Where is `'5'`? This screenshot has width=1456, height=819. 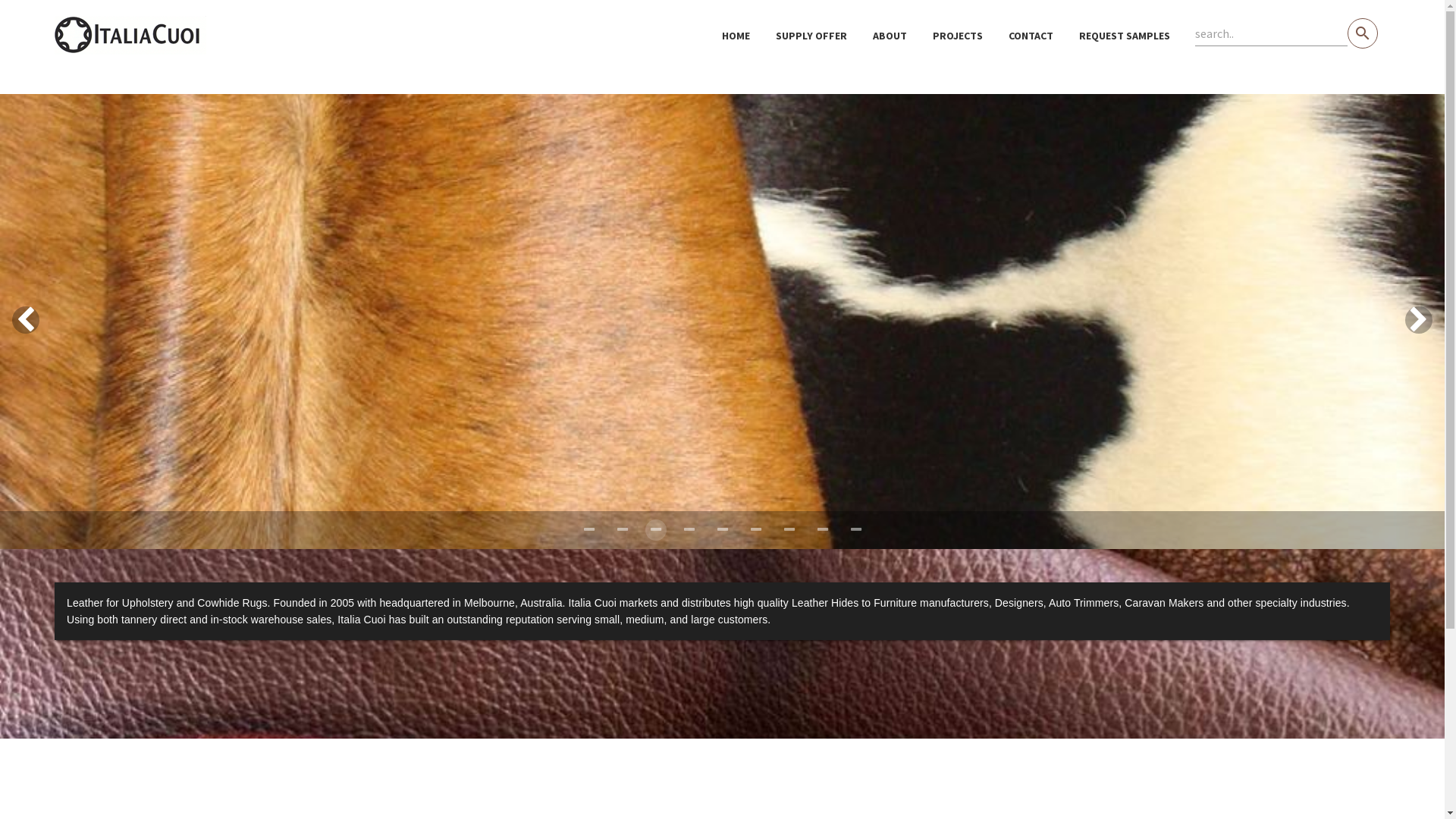
'5' is located at coordinates (755, 529).